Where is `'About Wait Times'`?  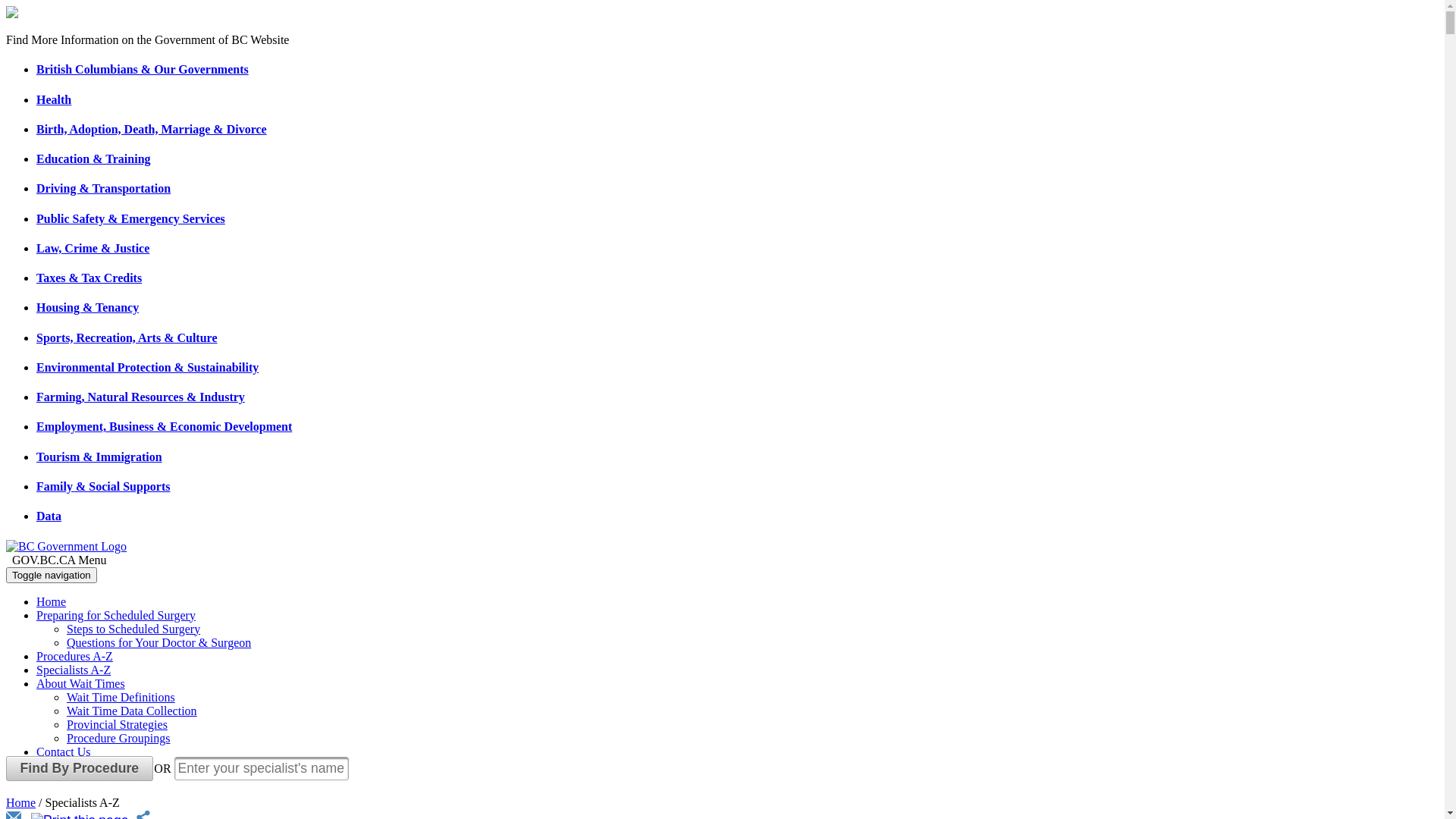
'About Wait Times' is located at coordinates (80, 683).